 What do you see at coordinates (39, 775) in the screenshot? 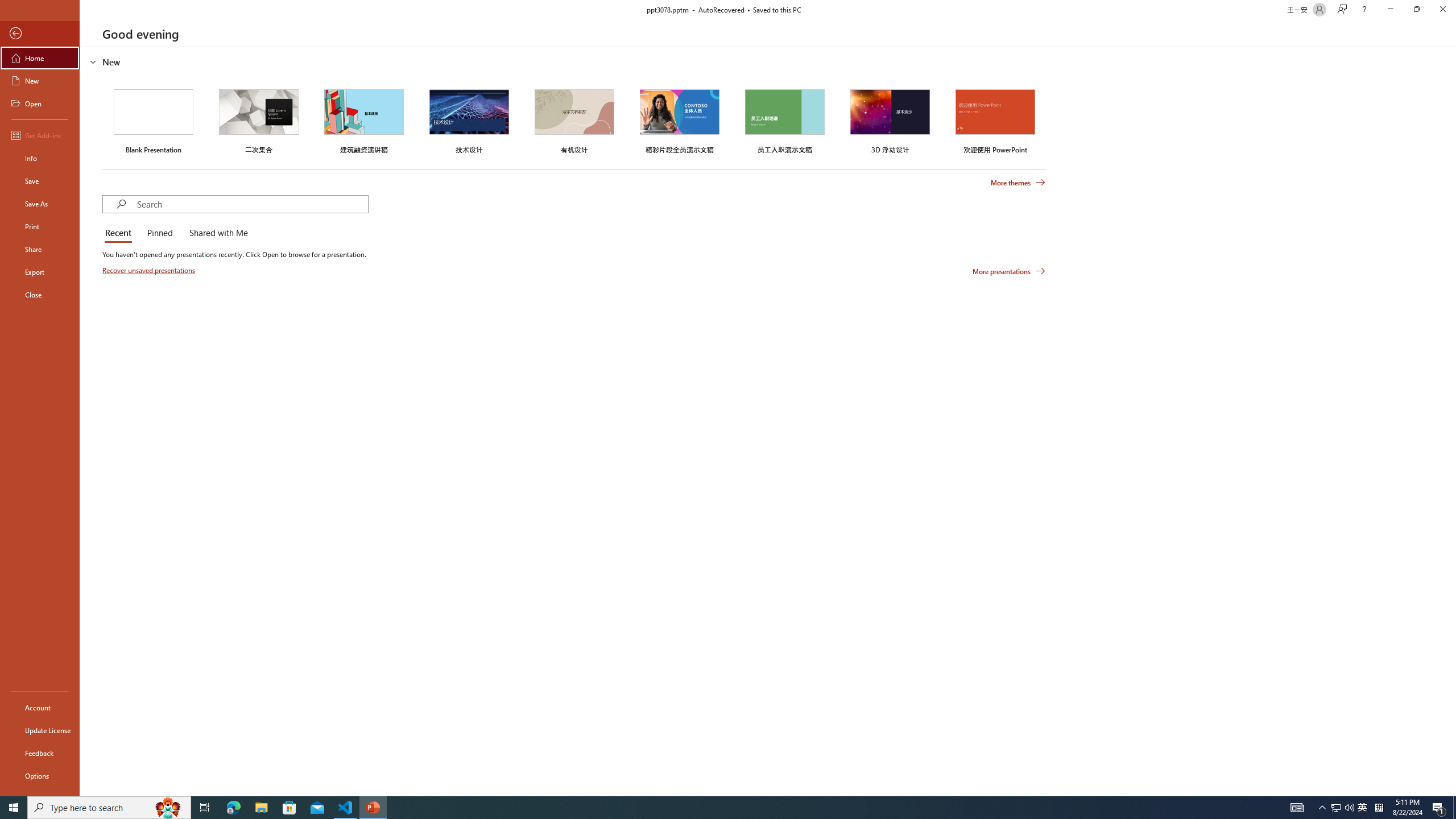
I see `'Options'` at bounding box center [39, 775].